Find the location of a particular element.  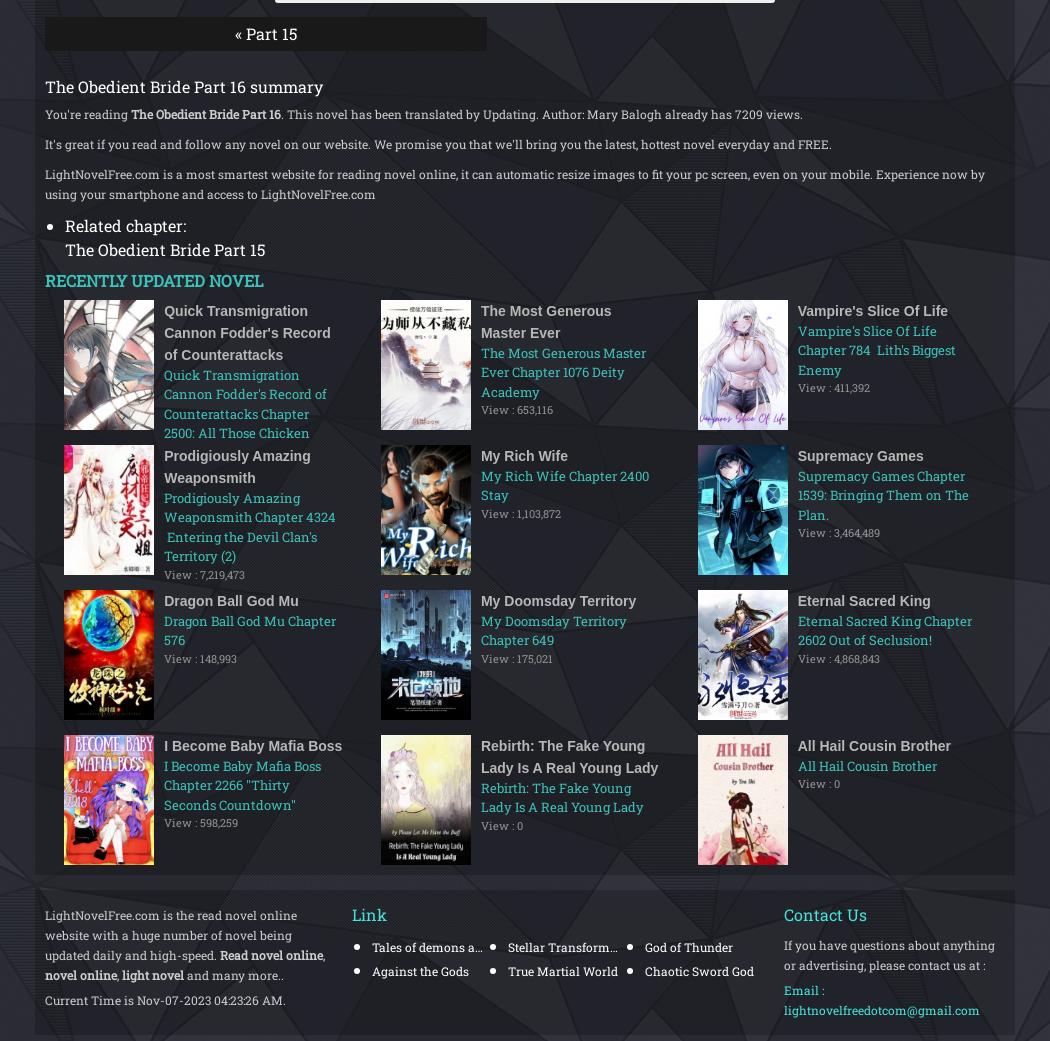

'Prodigiously Amazing Weaponsmith' is located at coordinates (236, 464).